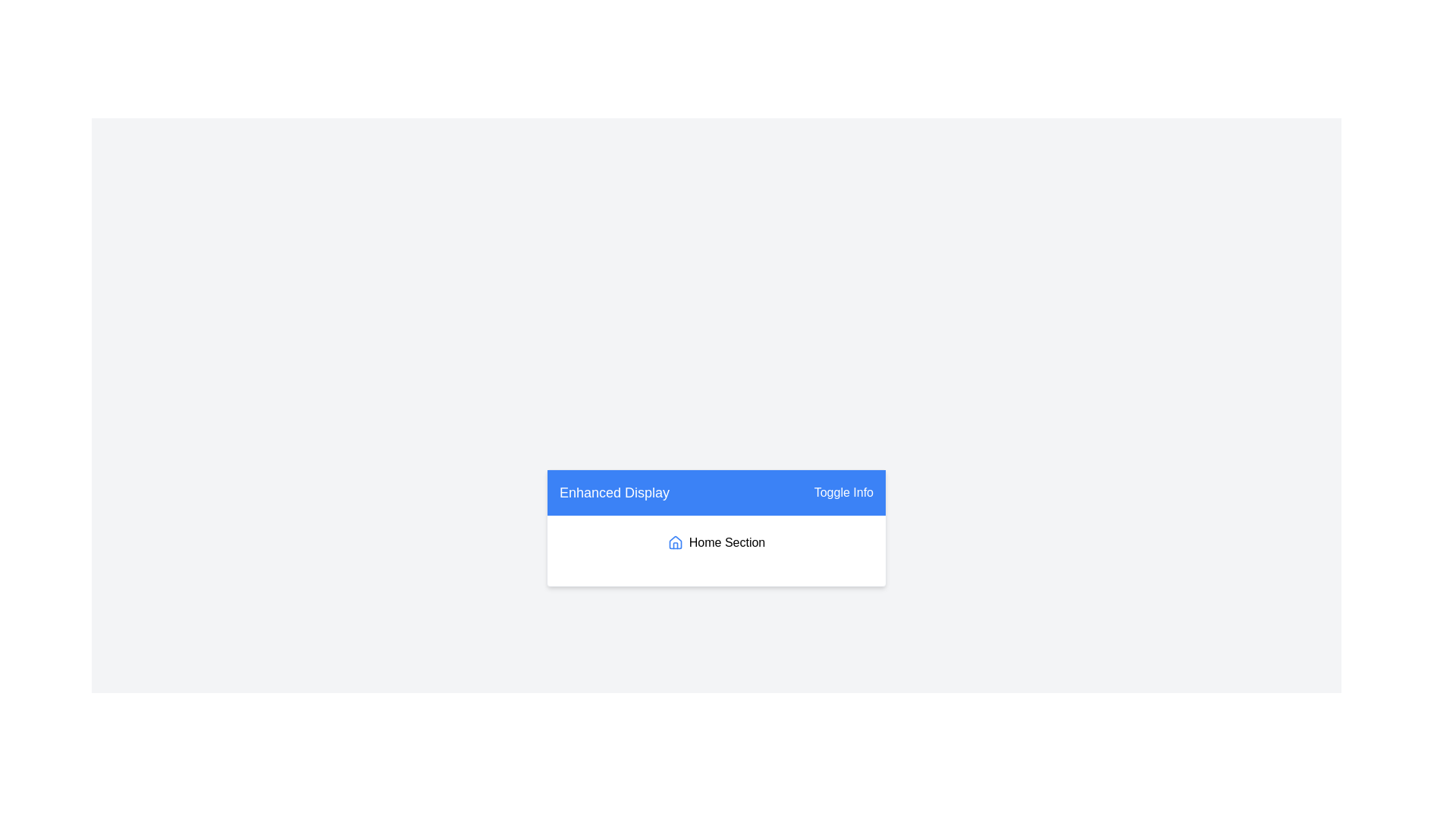 The image size is (1456, 819). I want to click on the 'Home' icon, which visually represents the 'Home Section' label, positioned slightly above and to the left of the text element, so click(674, 541).